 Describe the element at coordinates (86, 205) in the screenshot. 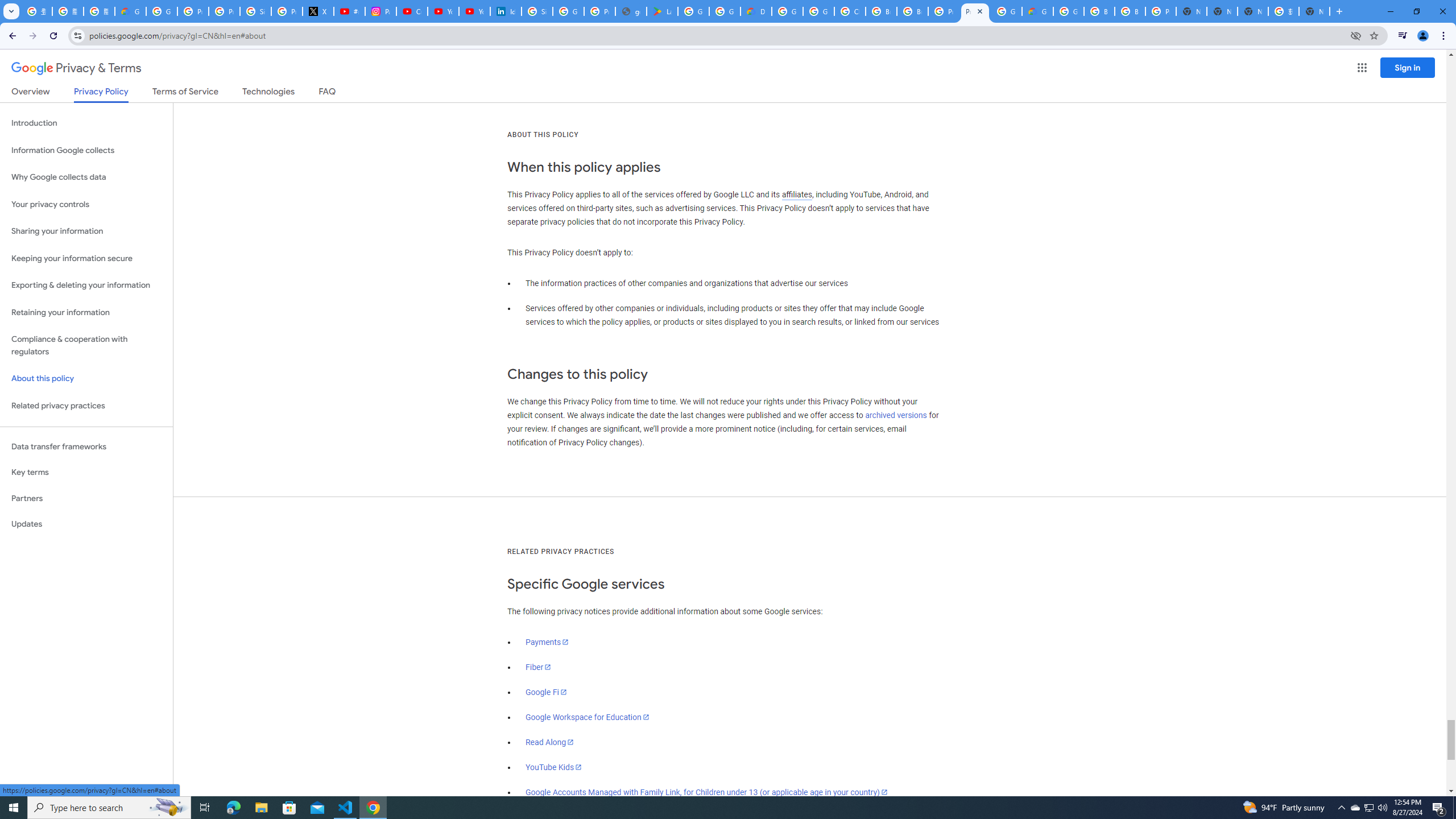

I see `'Your privacy controls'` at that location.